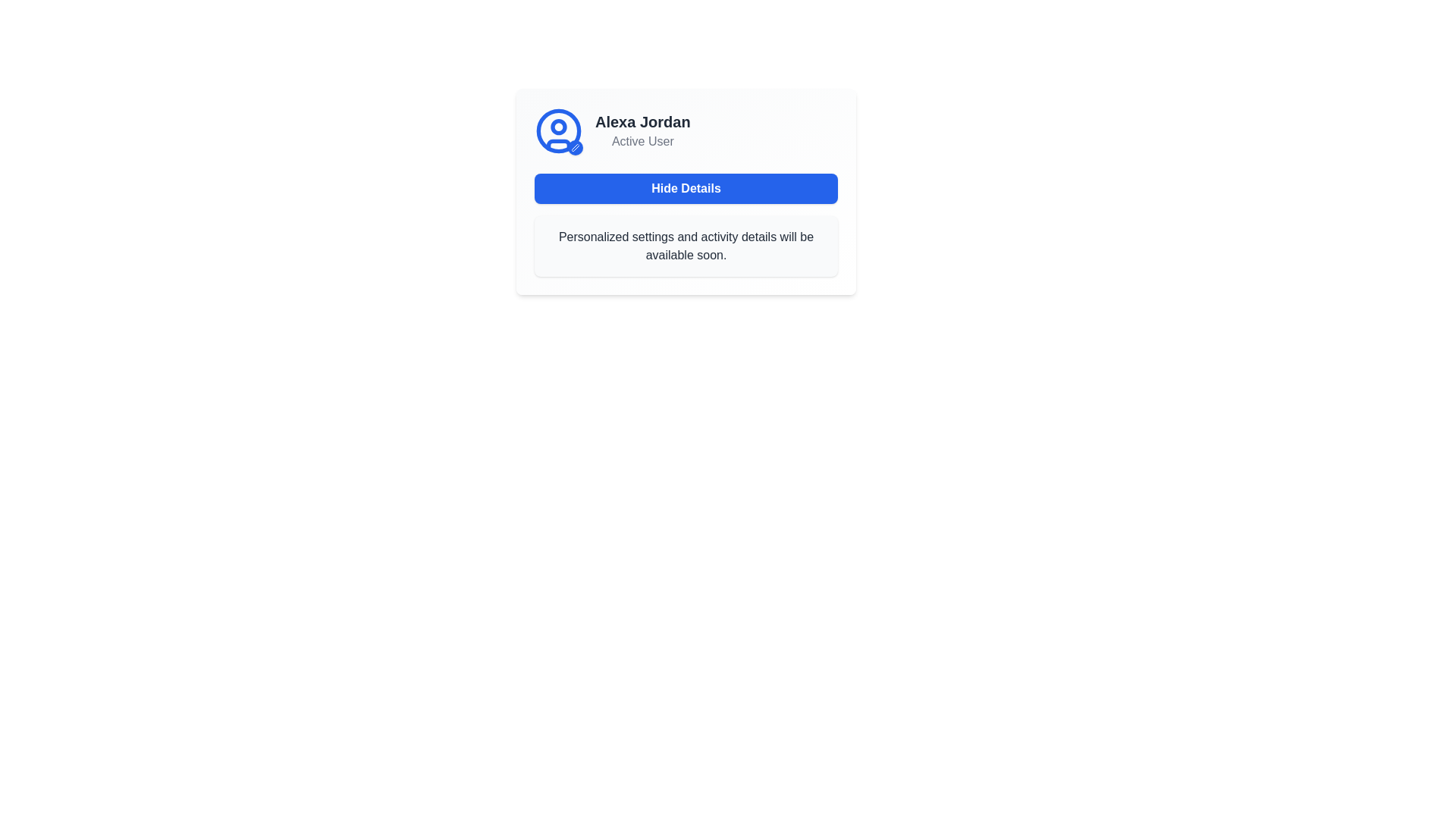  Describe the element at coordinates (558, 130) in the screenshot. I see `outer circular border of the user profile icon, which is the outermost circle in the SVG graphic, for development purposes` at that location.